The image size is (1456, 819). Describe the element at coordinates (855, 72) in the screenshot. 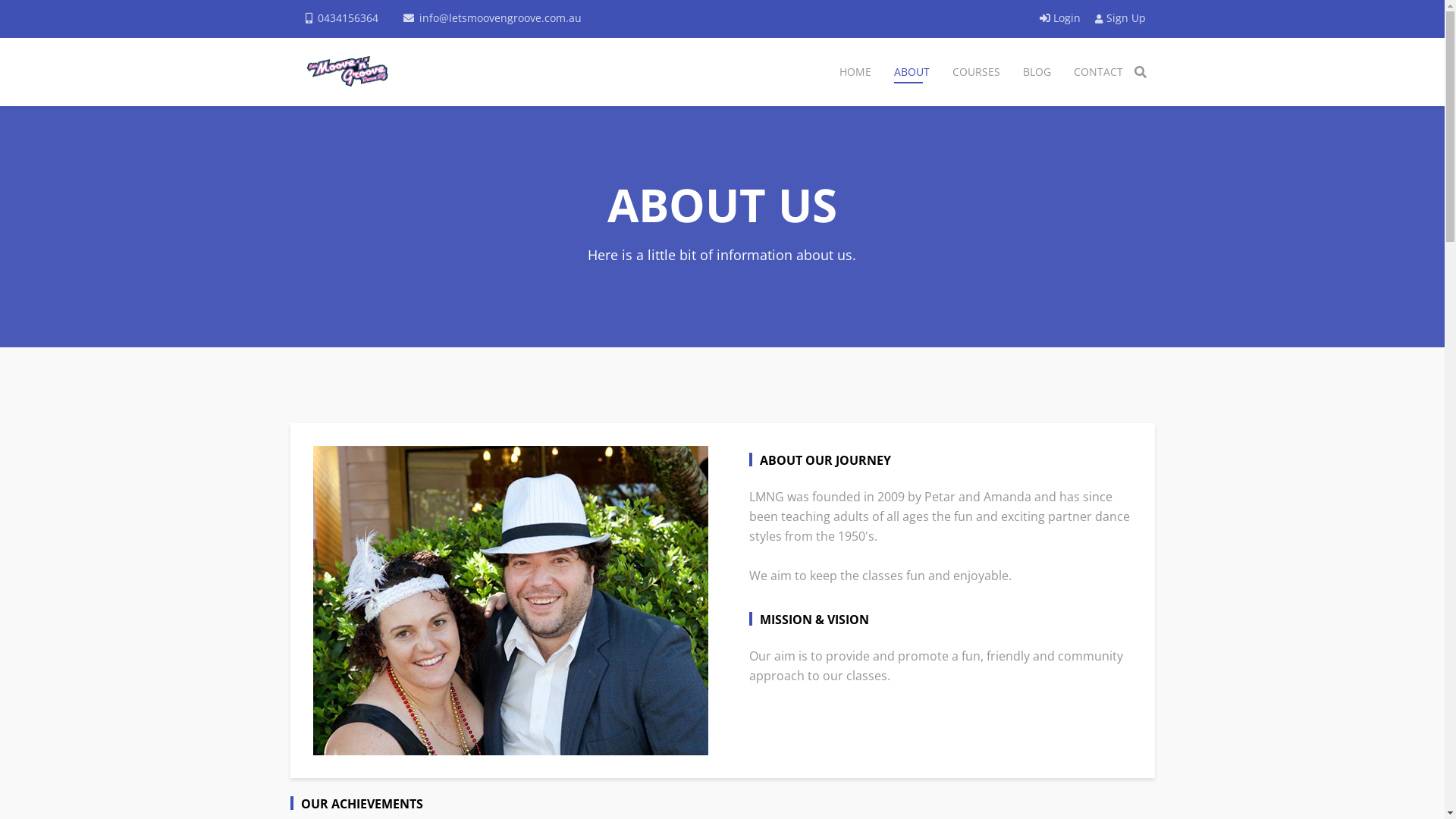

I see `'HOME'` at that location.